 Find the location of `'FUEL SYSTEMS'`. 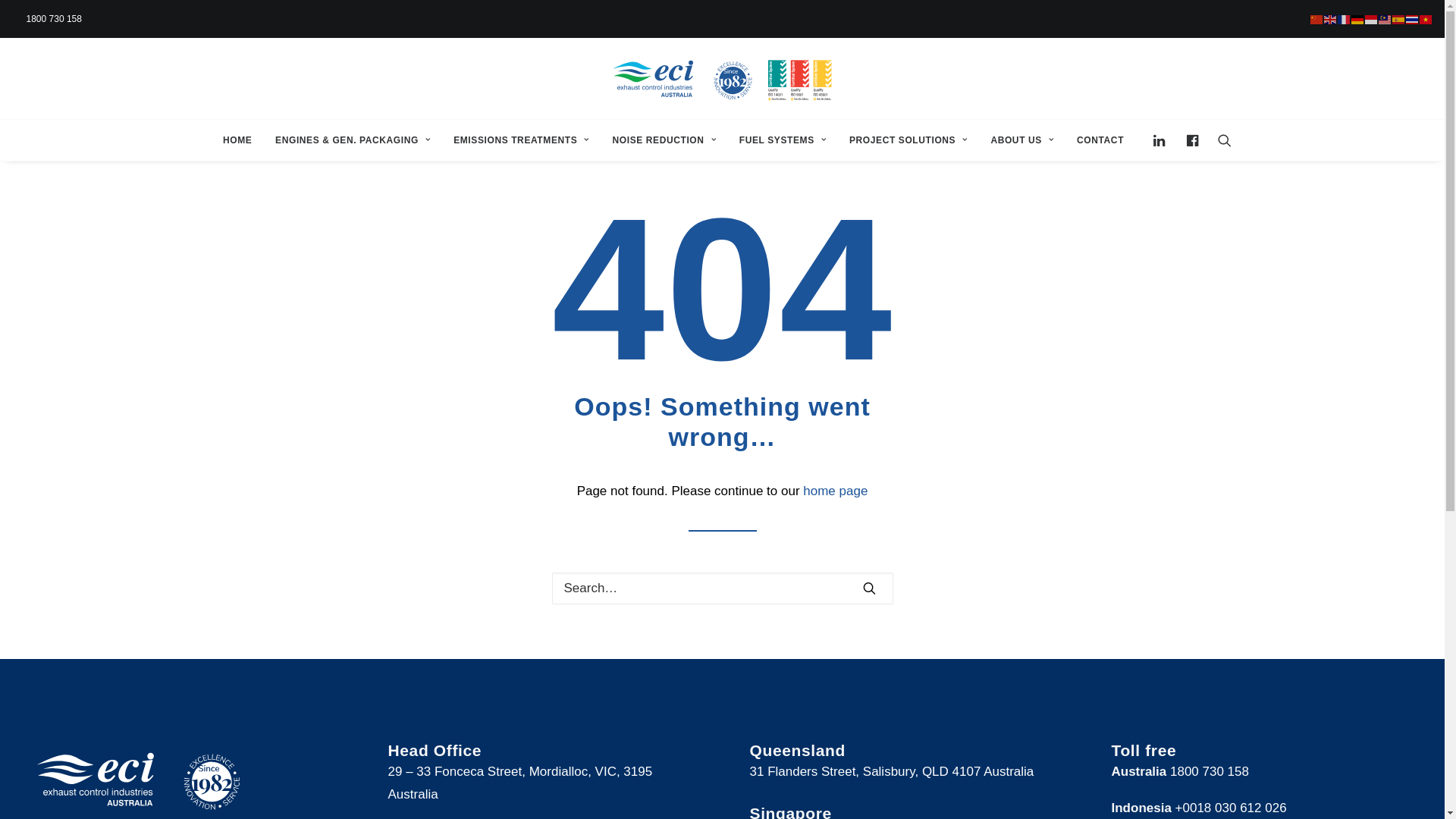

'FUEL SYSTEMS' is located at coordinates (783, 140).